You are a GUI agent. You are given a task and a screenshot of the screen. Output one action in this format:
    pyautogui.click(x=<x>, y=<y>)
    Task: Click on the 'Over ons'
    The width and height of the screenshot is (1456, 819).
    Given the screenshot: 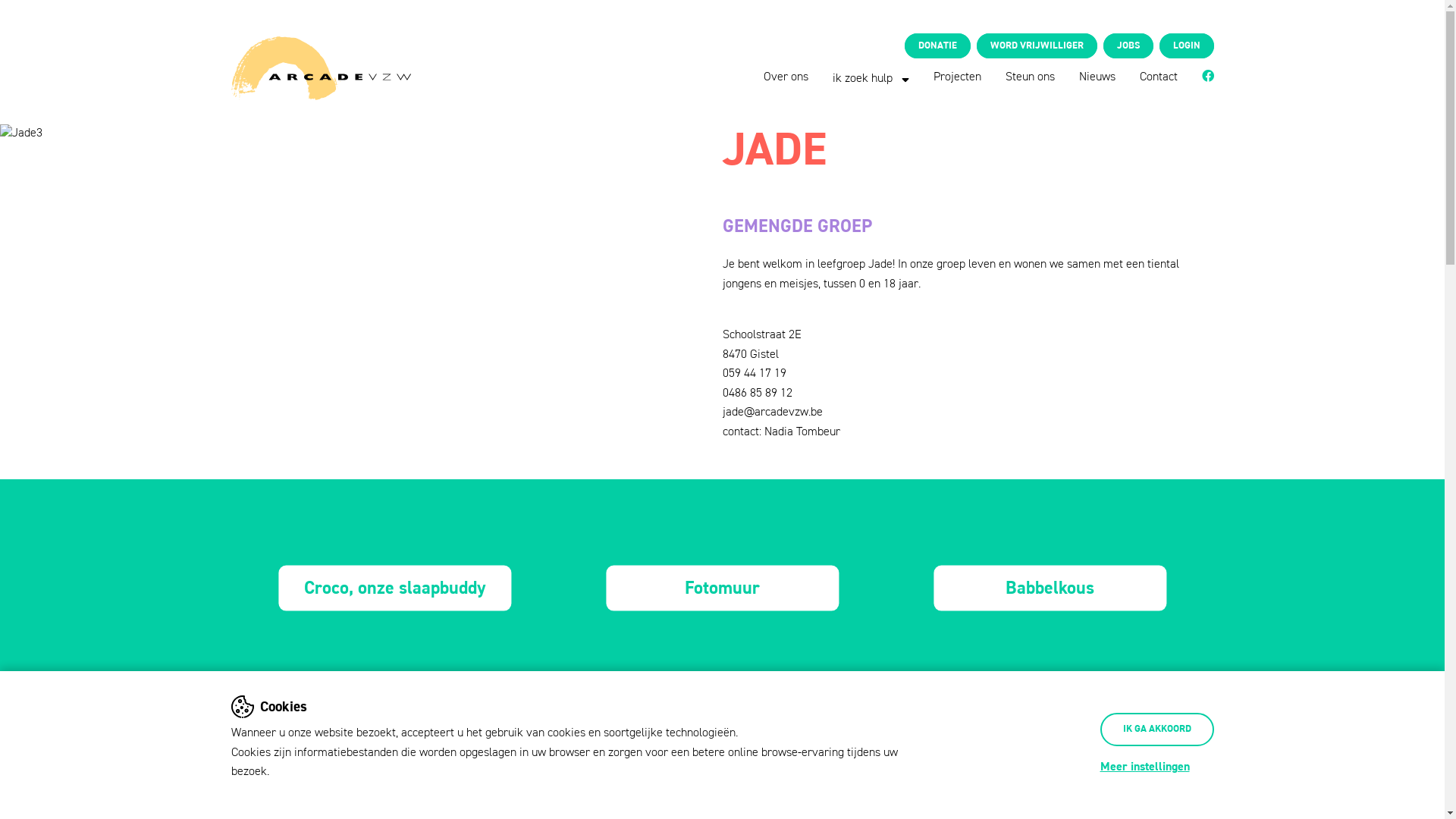 What is the action you would take?
    pyautogui.click(x=764, y=77)
    